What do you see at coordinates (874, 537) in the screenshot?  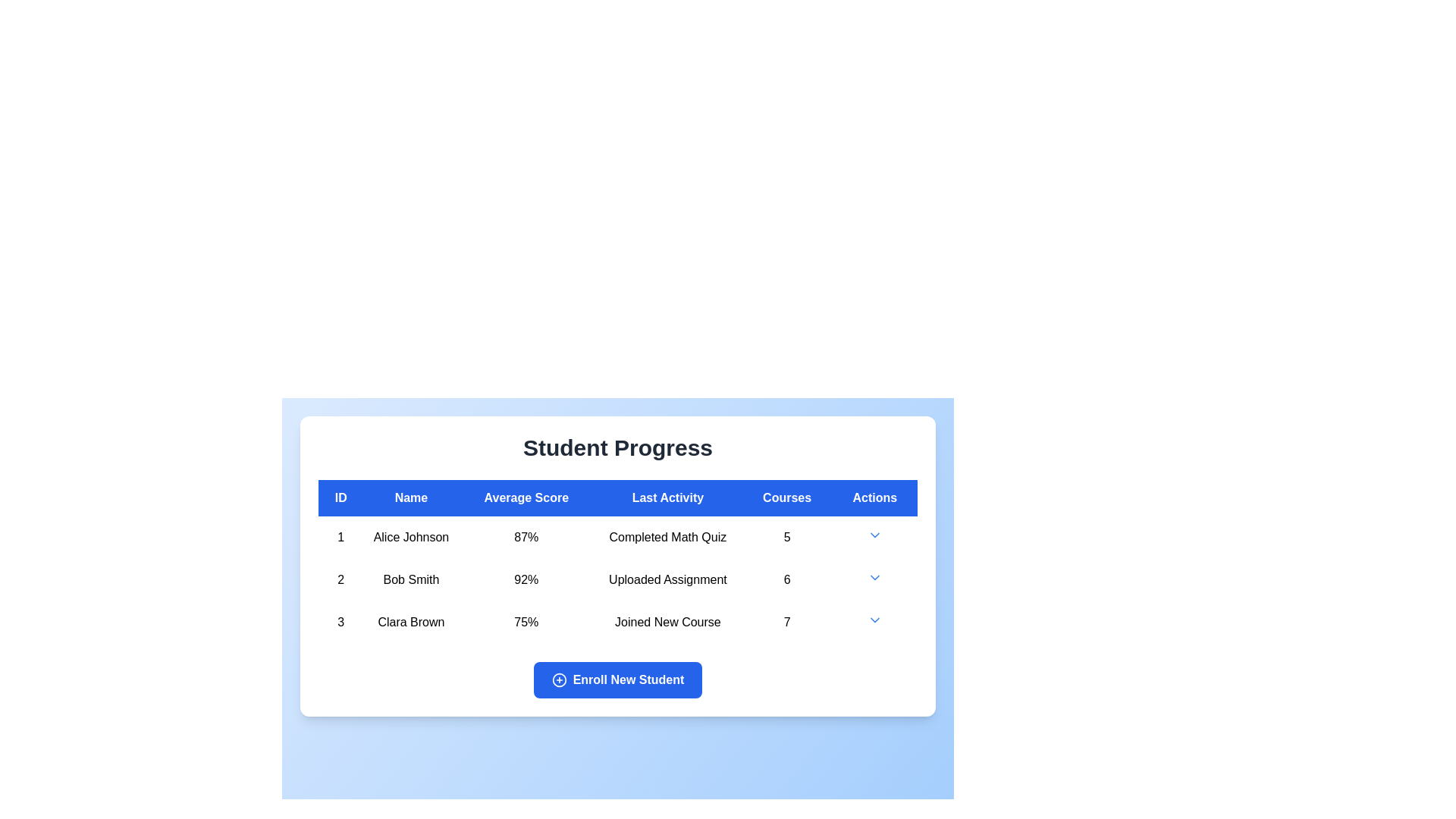 I see `the downward-facing arrow icon in the 'Actions' column of the first row corresponding to 'Alice Johnson'` at bounding box center [874, 537].